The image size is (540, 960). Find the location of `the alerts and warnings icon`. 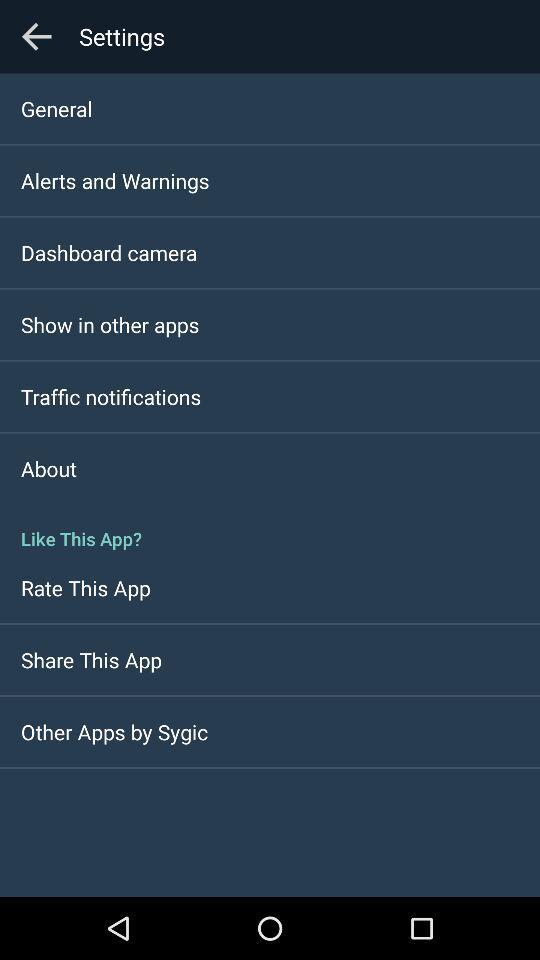

the alerts and warnings icon is located at coordinates (115, 179).